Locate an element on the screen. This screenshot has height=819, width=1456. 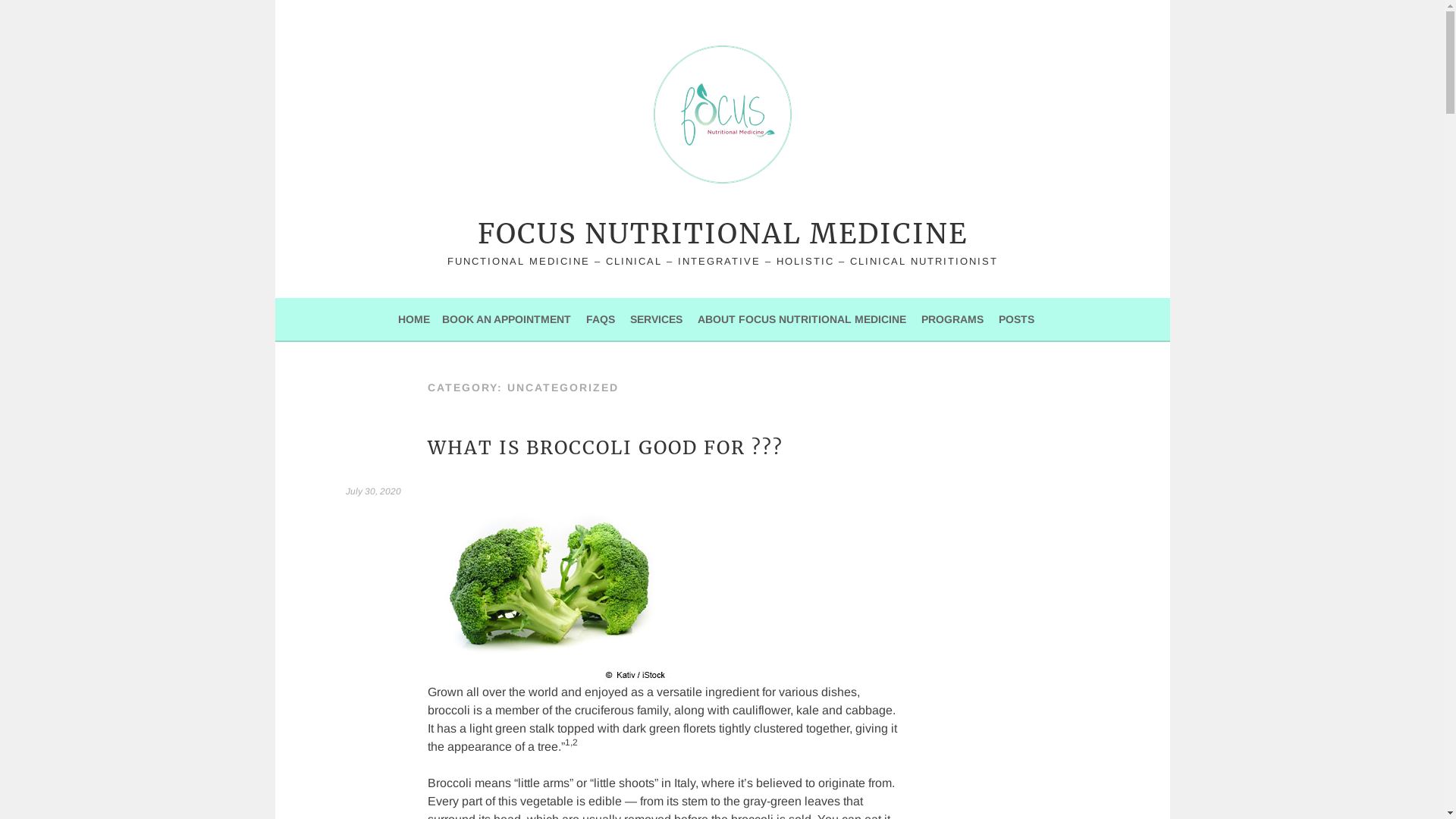
'July 30, 2020' is located at coordinates (345, 491).